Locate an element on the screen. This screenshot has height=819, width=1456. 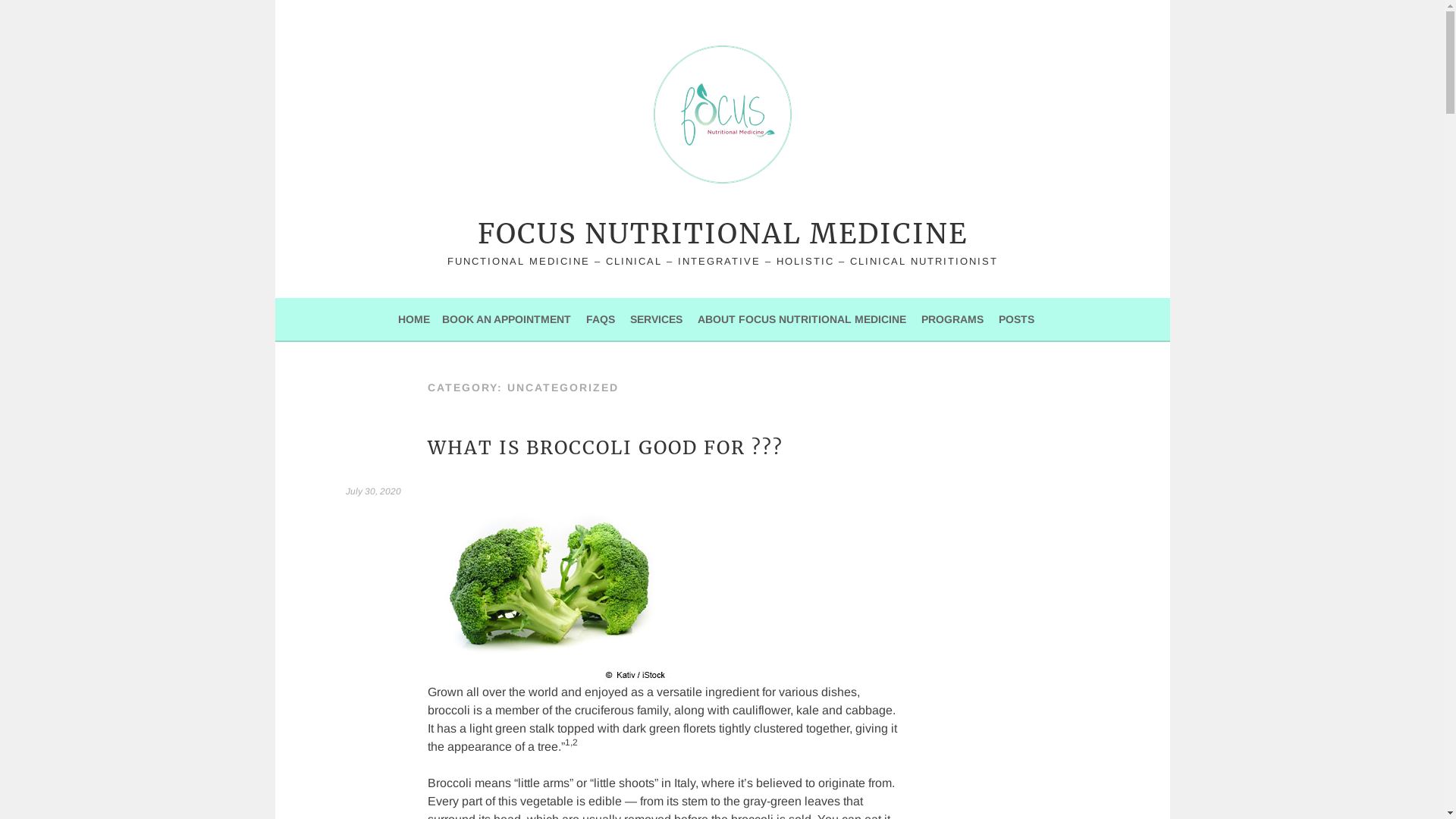
'July 30, 2020' is located at coordinates (345, 491).